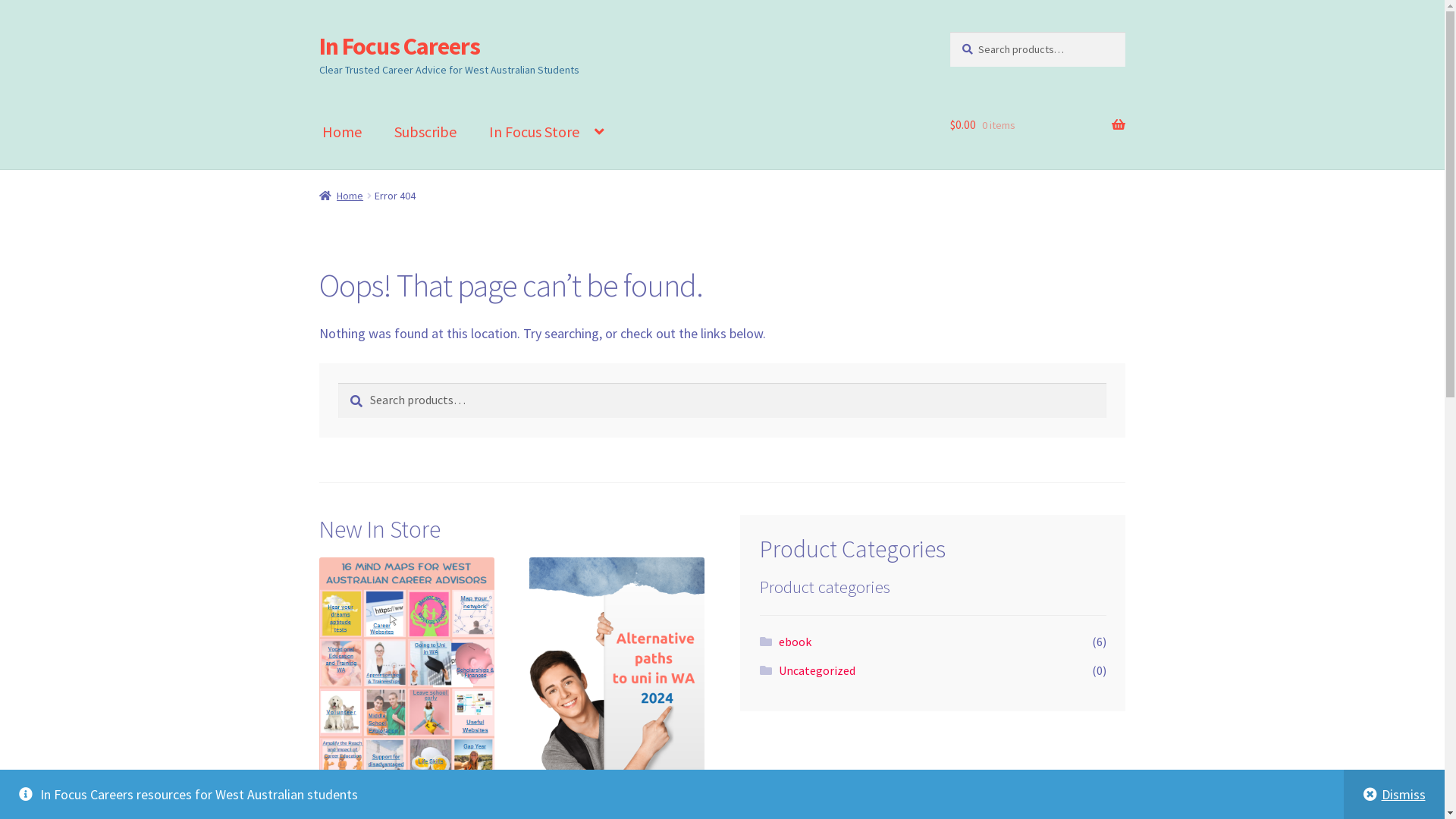  What do you see at coordinates (816, 669) in the screenshot?
I see `'Uncategorized'` at bounding box center [816, 669].